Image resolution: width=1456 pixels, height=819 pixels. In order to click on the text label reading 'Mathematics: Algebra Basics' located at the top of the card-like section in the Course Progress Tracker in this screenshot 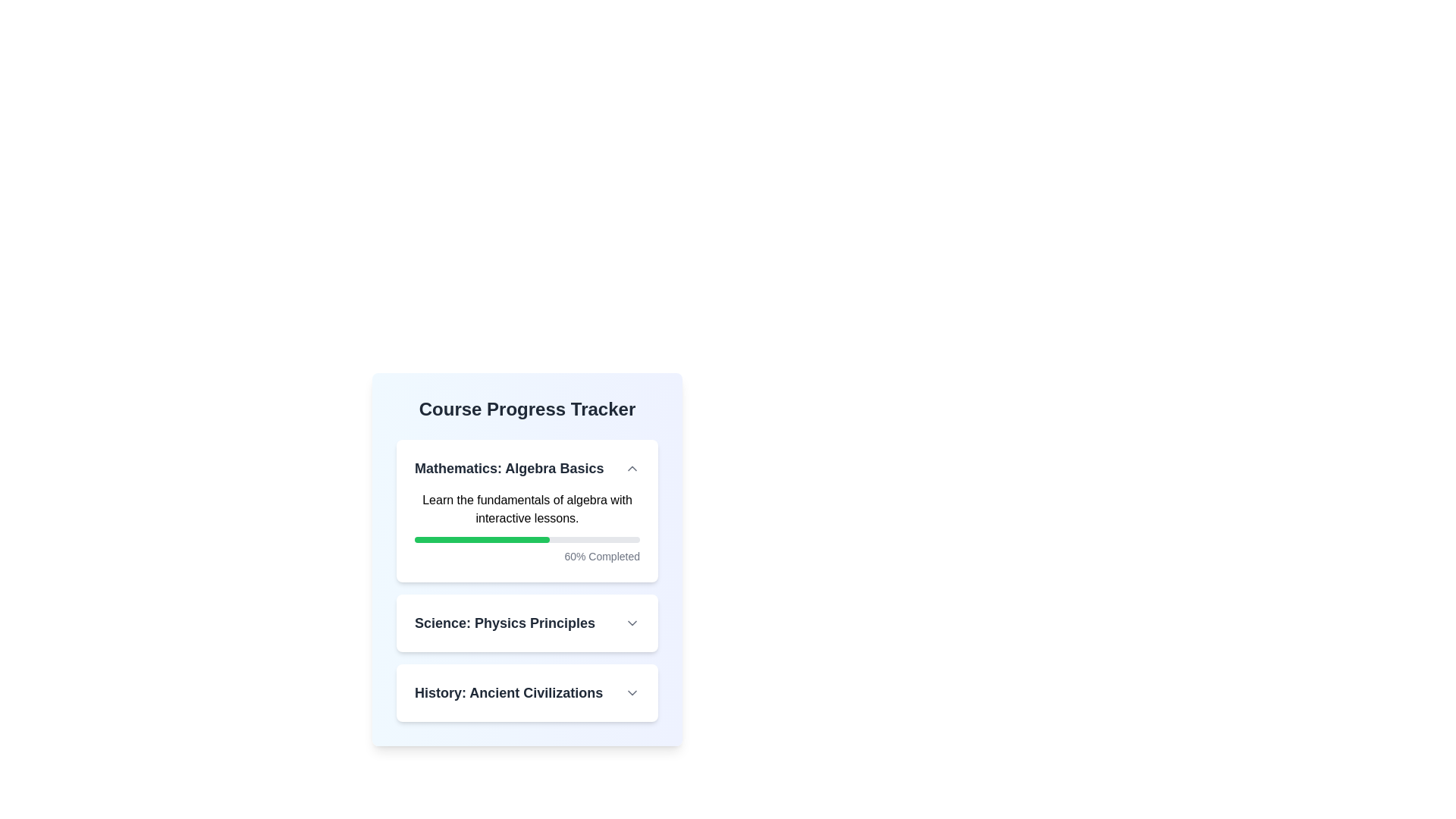, I will do `click(509, 467)`.